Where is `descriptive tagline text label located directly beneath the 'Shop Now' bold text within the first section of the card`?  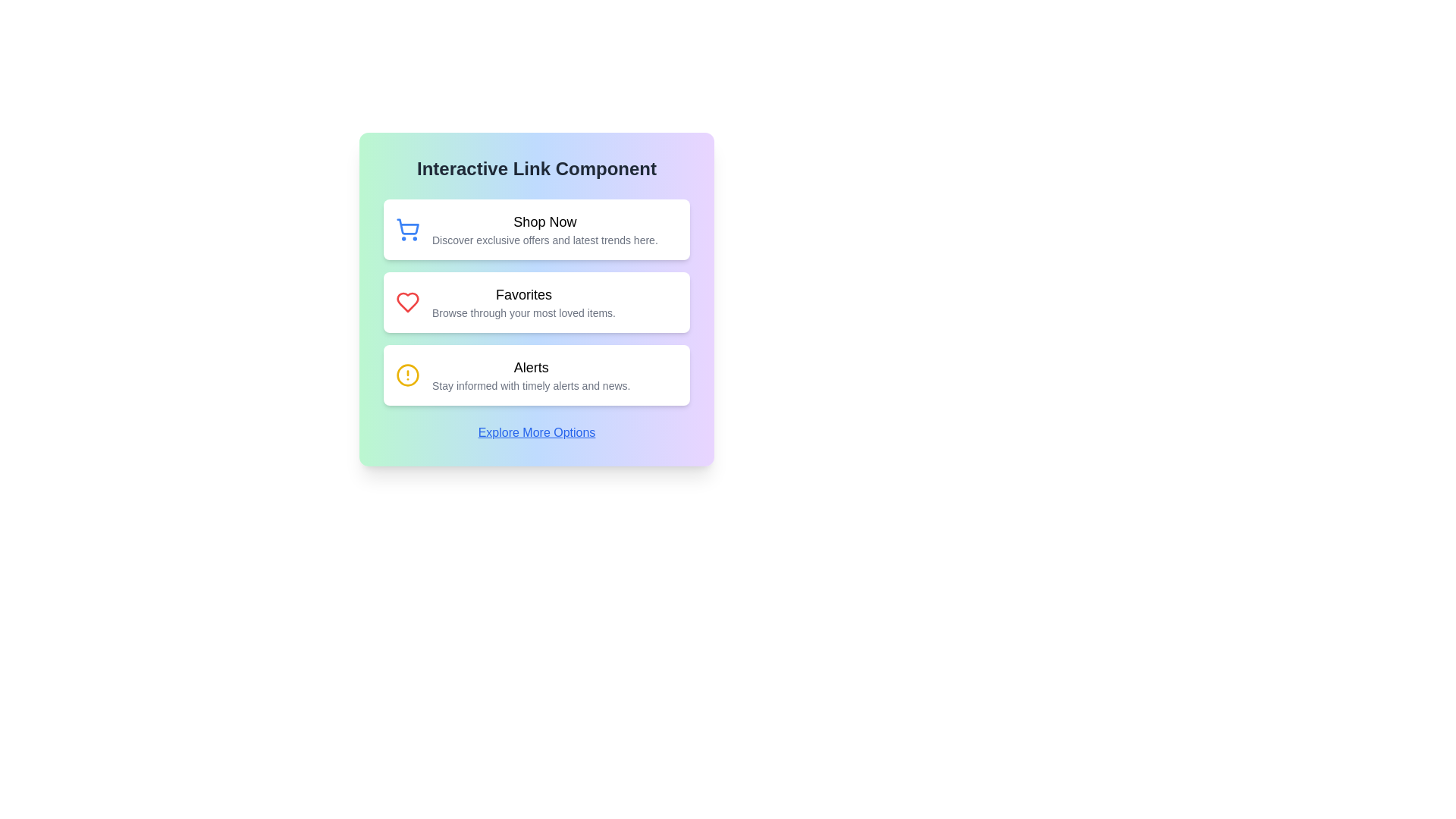
descriptive tagline text label located directly beneath the 'Shop Now' bold text within the first section of the card is located at coordinates (544, 239).